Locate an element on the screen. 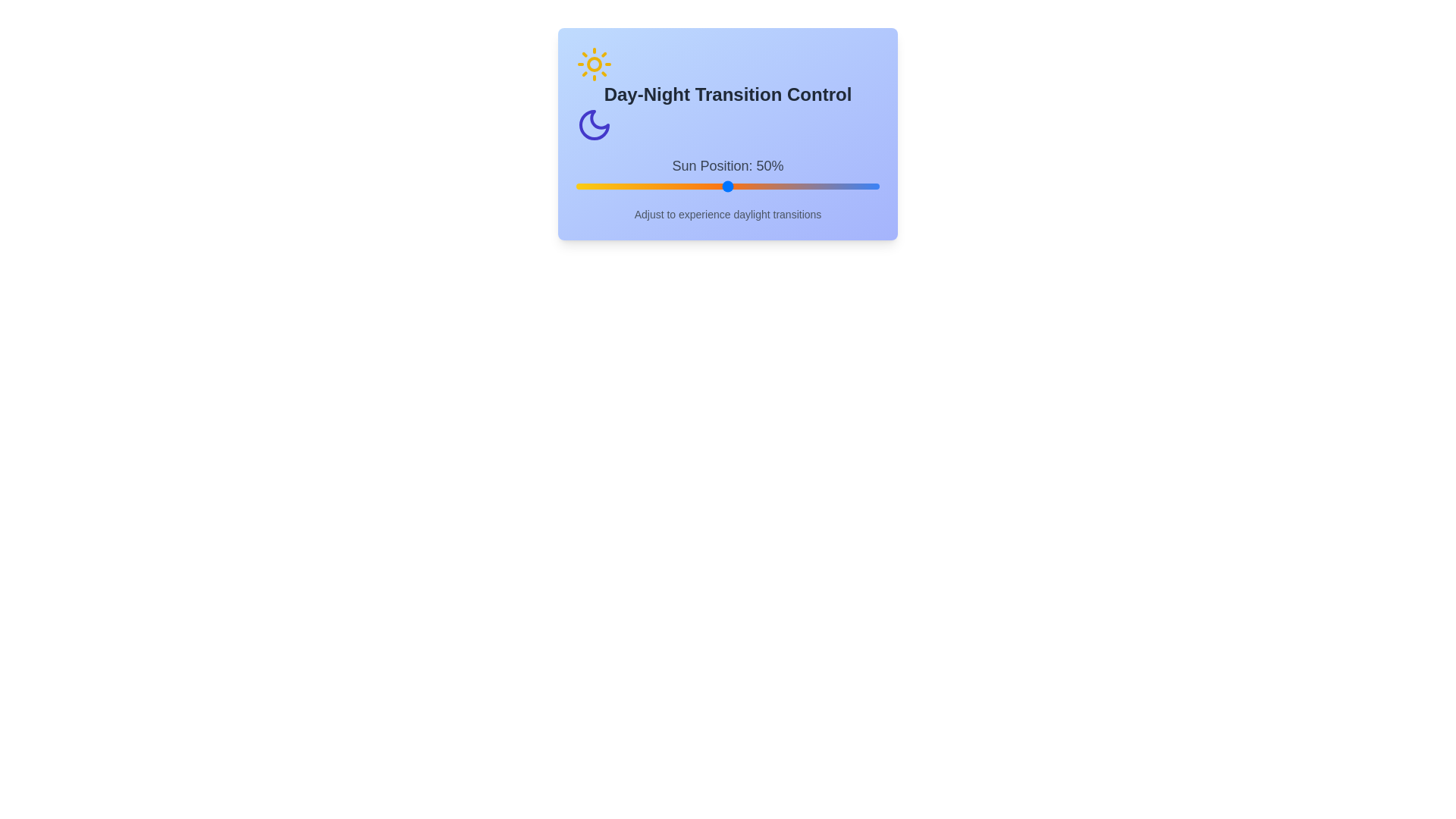  the sun position to 44% by clicking on the slider track is located at coordinates (709, 186).